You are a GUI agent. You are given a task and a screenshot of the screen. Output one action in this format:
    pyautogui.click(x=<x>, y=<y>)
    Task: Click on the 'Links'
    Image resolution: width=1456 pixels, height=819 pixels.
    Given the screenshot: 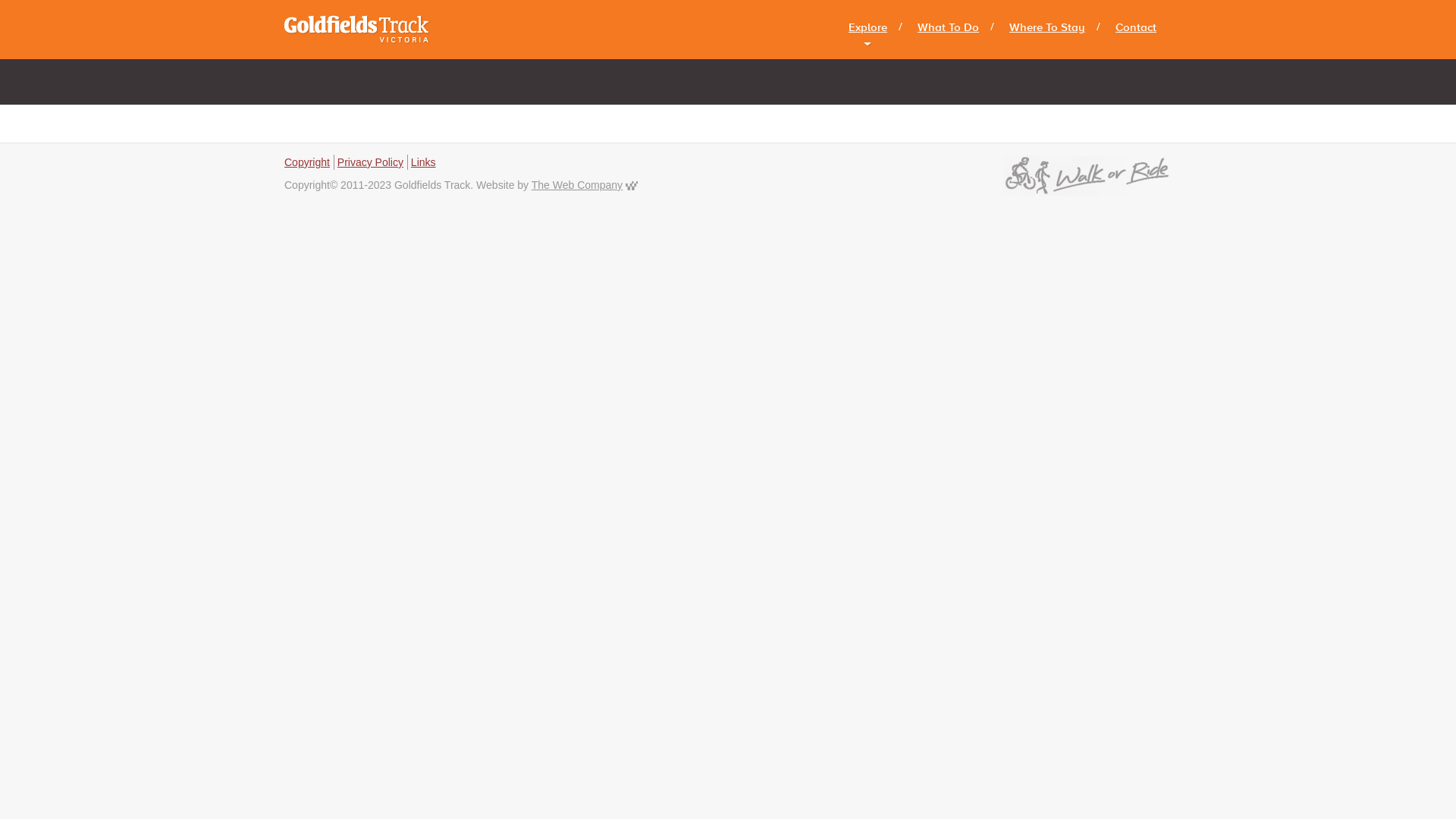 What is the action you would take?
    pyautogui.click(x=423, y=162)
    